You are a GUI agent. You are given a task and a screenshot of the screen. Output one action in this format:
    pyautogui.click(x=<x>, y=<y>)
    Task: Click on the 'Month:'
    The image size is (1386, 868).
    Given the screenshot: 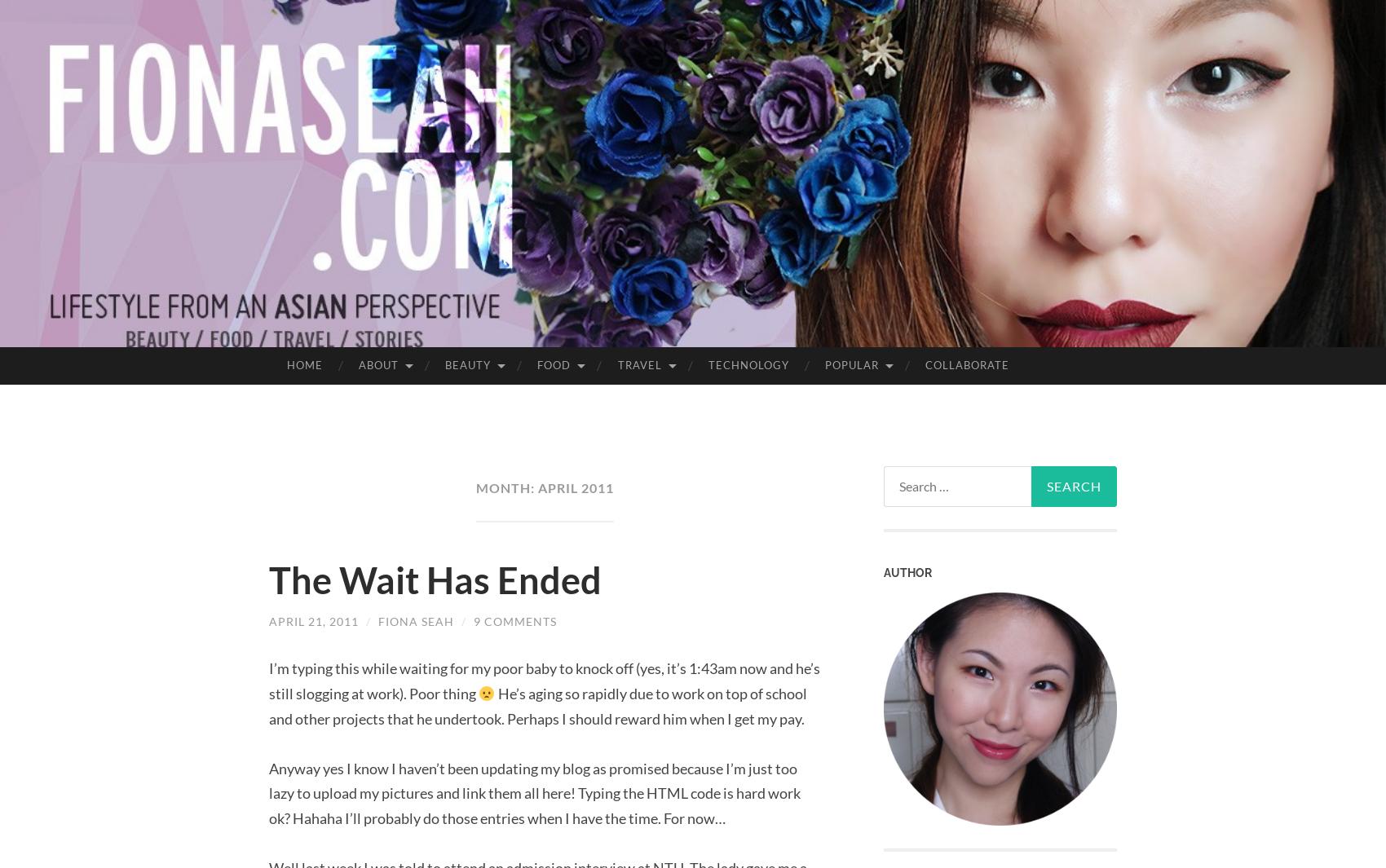 What is the action you would take?
    pyautogui.click(x=505, y=487)
    